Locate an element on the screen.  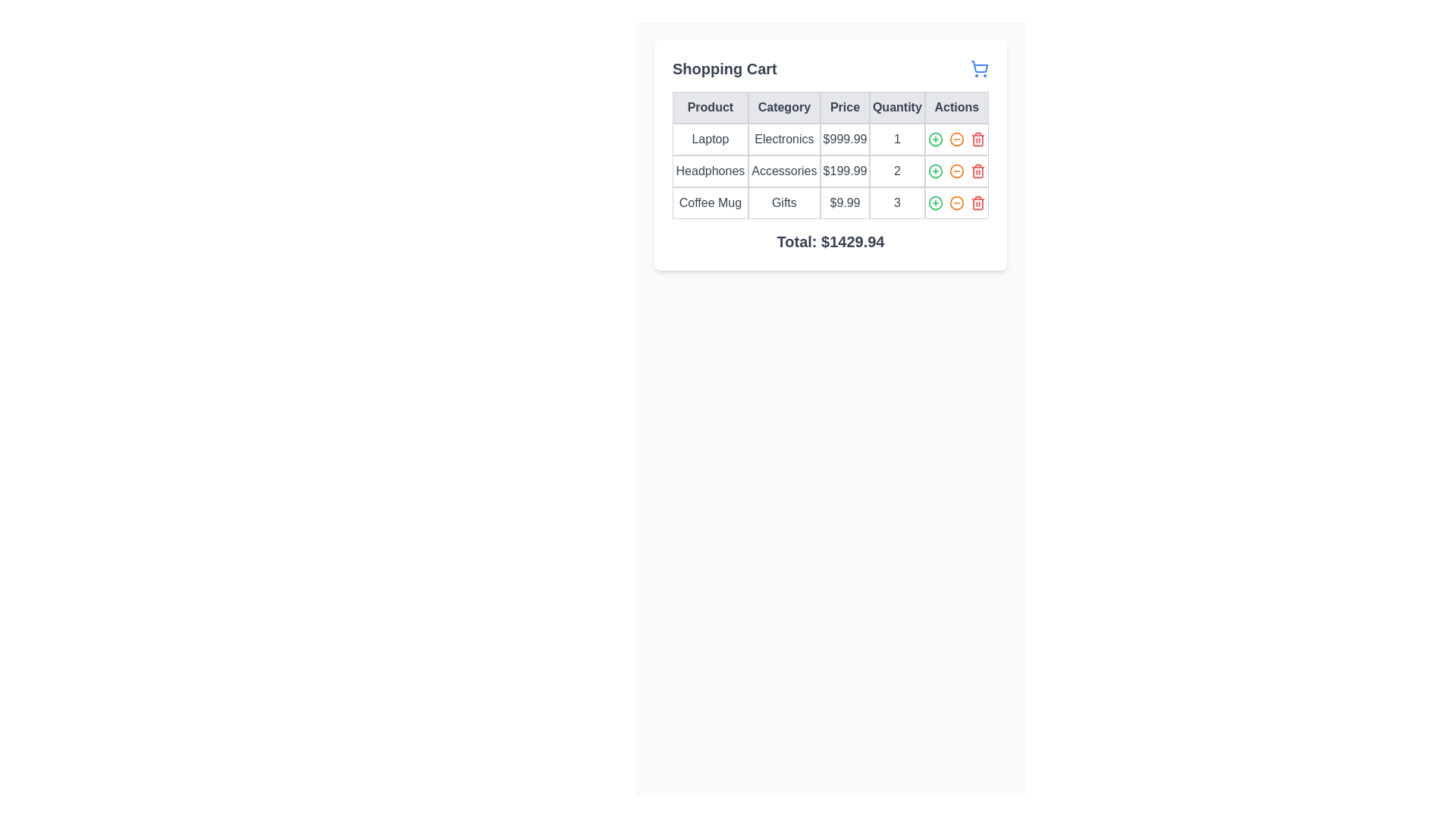
the shopping cart icon located at the top-right corner of the shopping cart interface panel, which serves as the primary graphical representation of cart functionalities is located at coordinates (980, 66).